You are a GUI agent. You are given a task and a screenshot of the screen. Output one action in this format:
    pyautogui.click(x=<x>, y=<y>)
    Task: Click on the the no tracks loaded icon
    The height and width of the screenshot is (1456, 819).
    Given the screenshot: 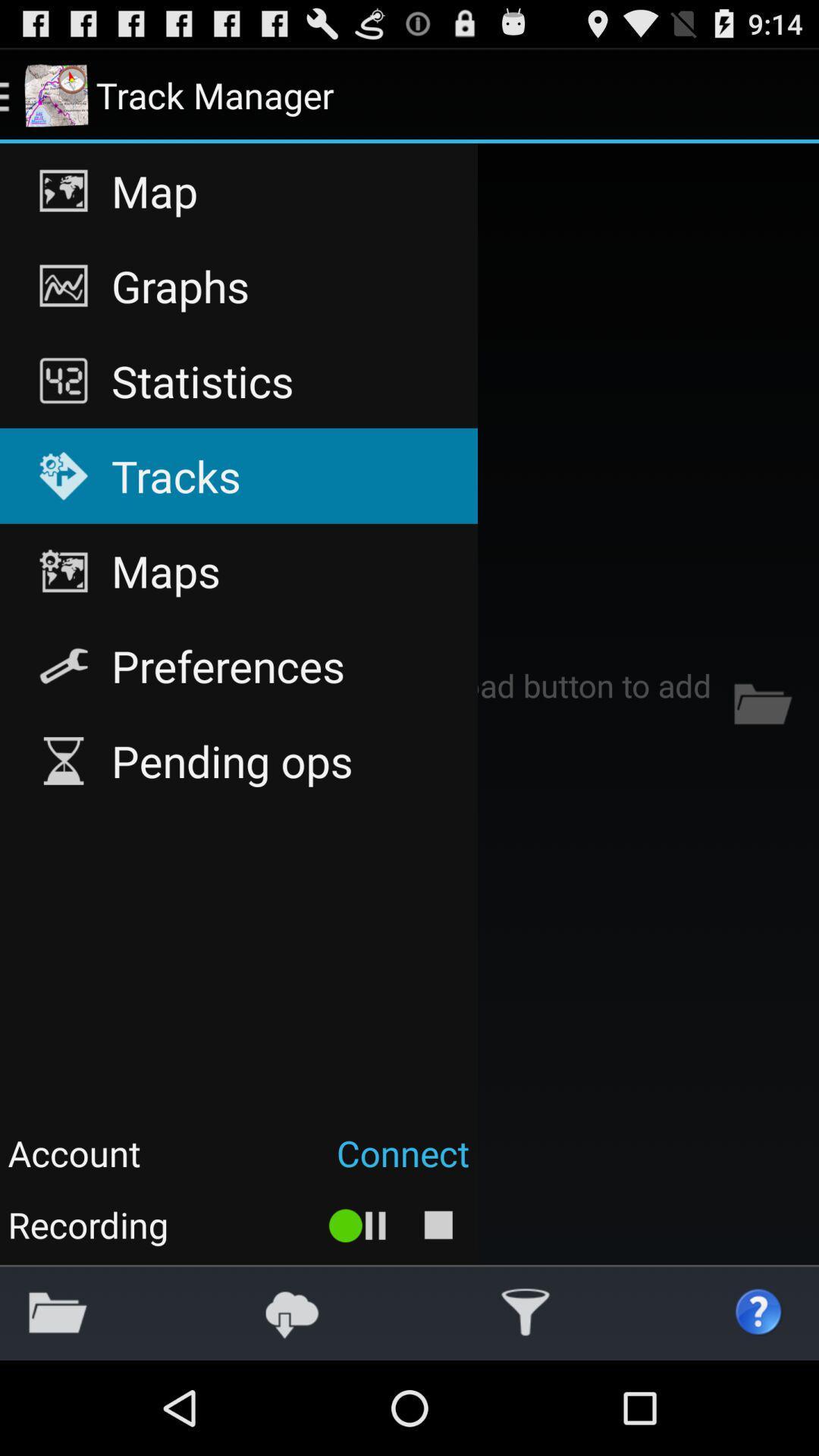 What is the action you would take?
    pyautogui.click(x=409, y=703)
    